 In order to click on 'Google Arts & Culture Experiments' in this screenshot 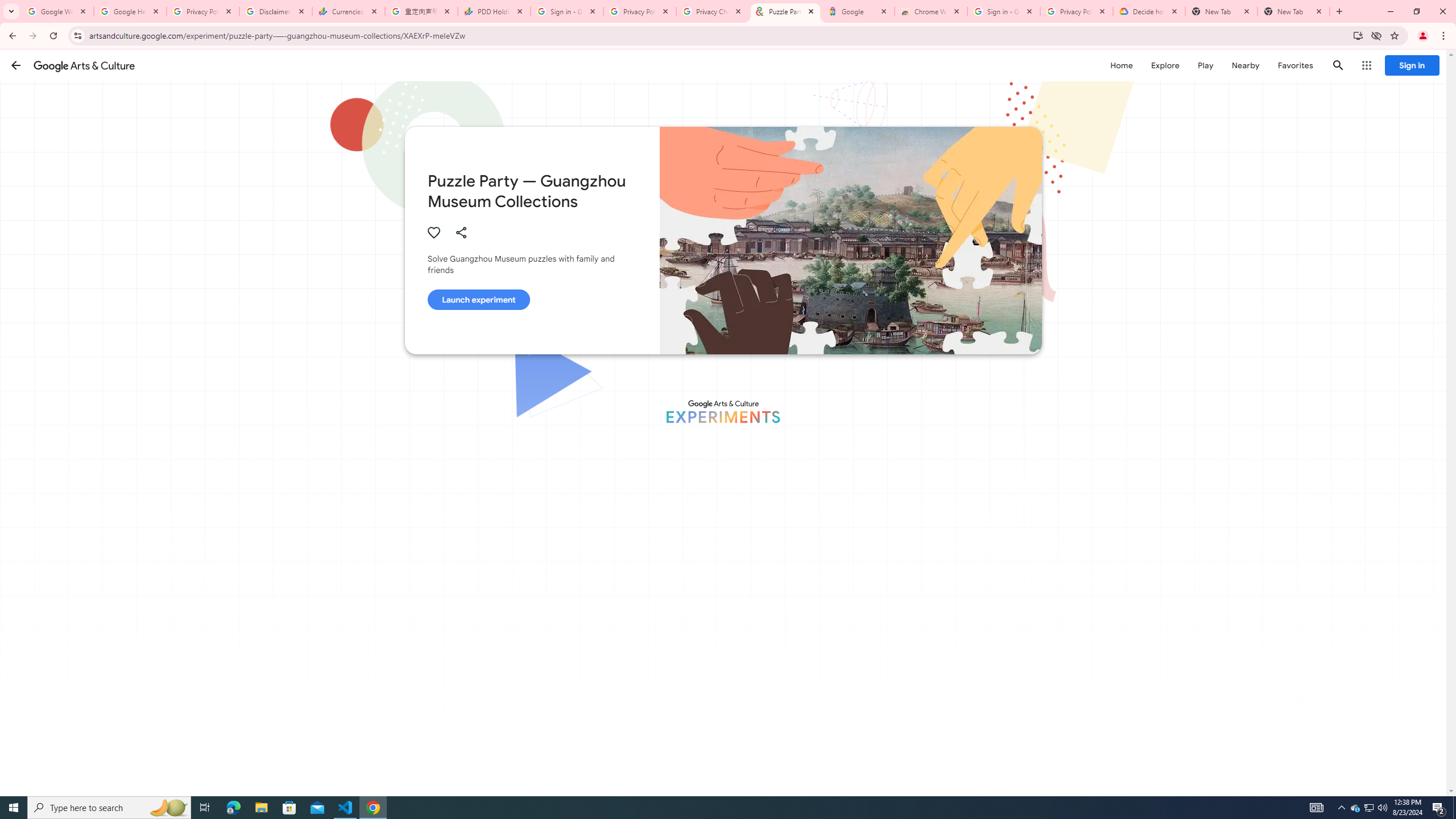, I will do `click(723, 411)`.